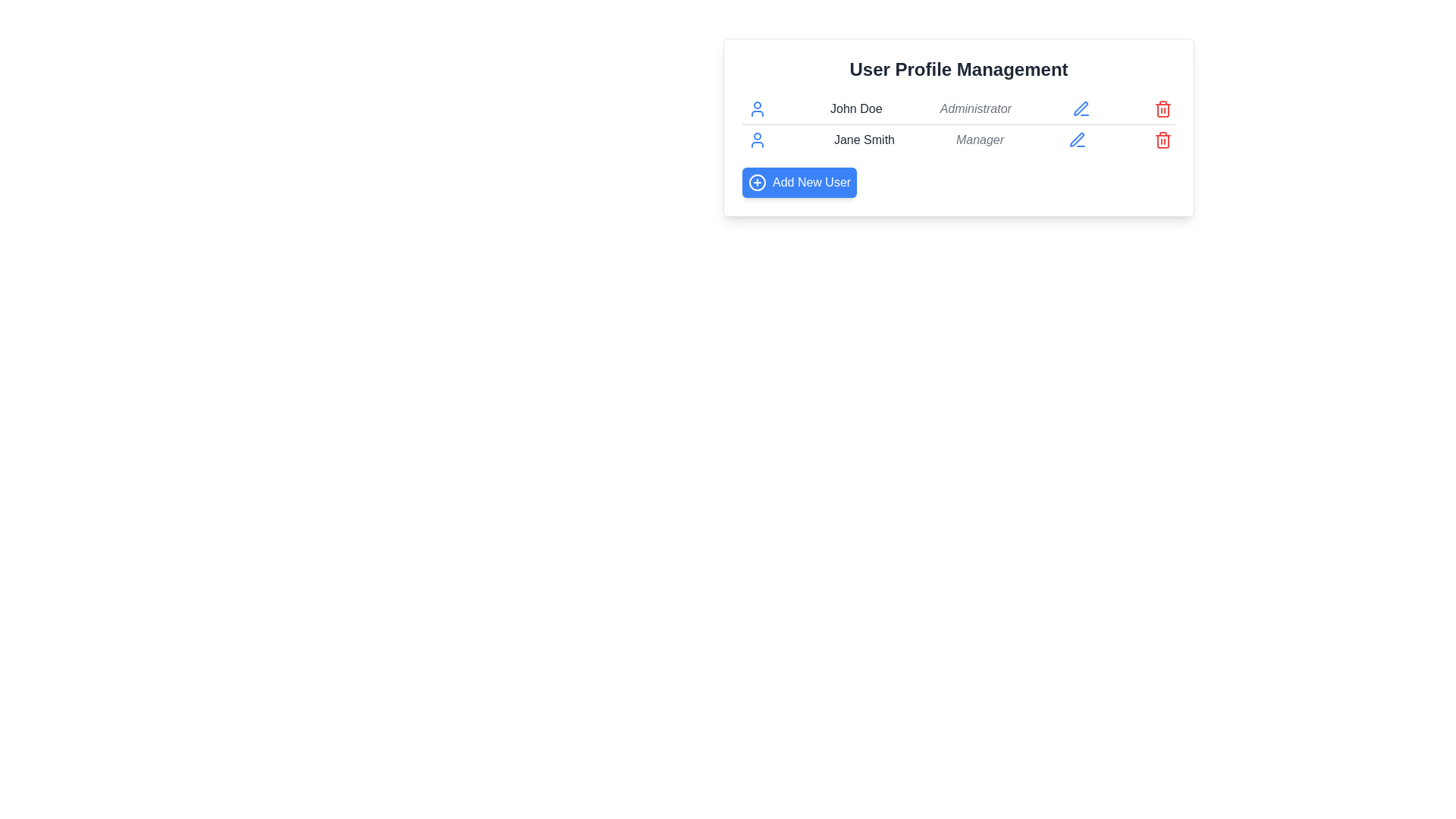 This screenshot has height=819, width=1456. Describe the element at coordinates (757, 140) in the screenshot. I see `the blue user icon next to 'Jane Smith', which is the first visual component on the left within the row, aligning with the user's name and role details` at that location.